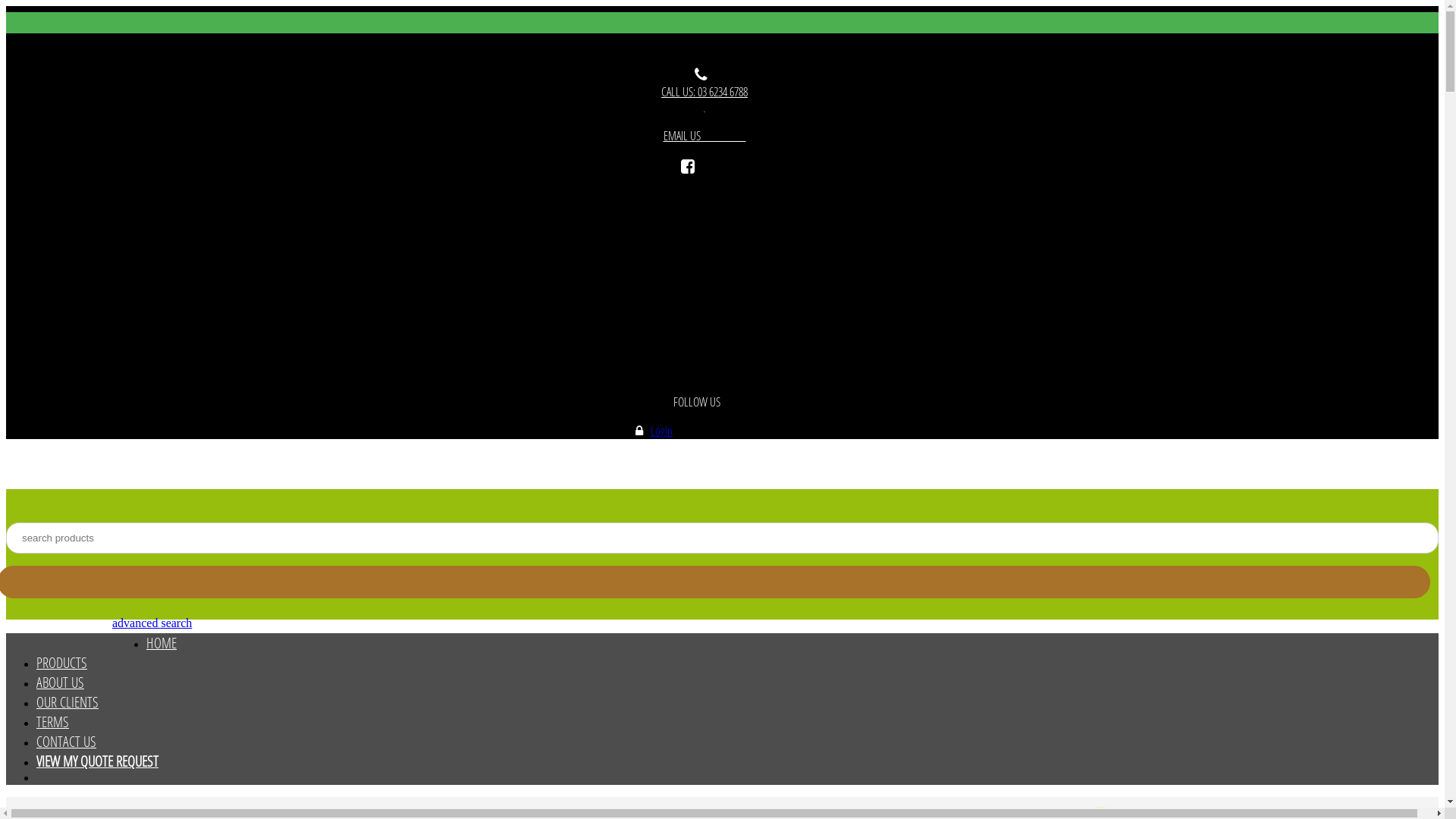 Image resolution: width=1456 pixels, height=819 pixels. I want to click on 'CALL US: 03 6234 6788', so click(704, 91).